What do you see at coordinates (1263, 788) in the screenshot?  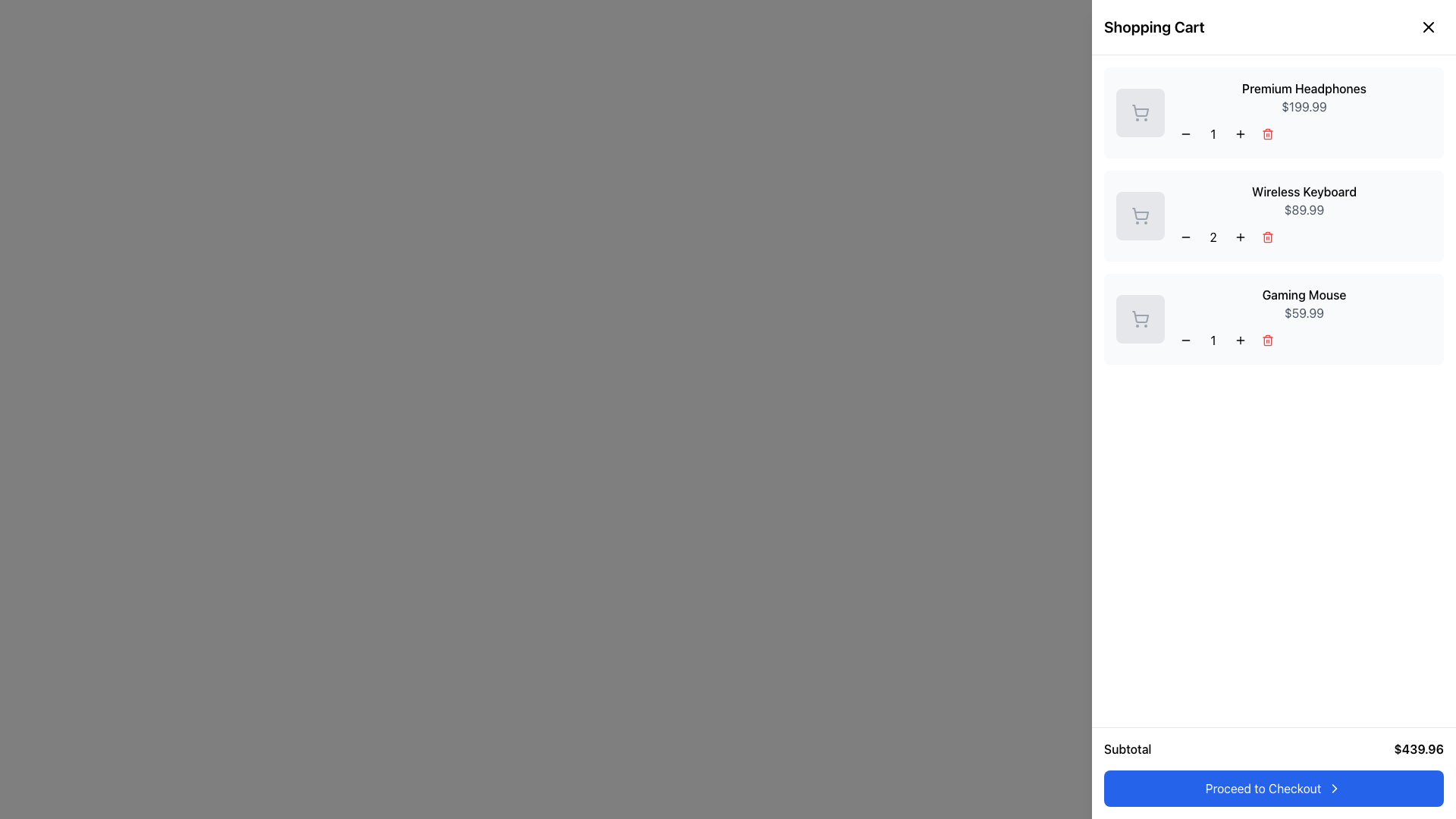 I see `the 'Proceed to Checkout' button, which contains the text label for proceeding to the checkout page in the shopping cart interface` at bounding box center [1263, 788].